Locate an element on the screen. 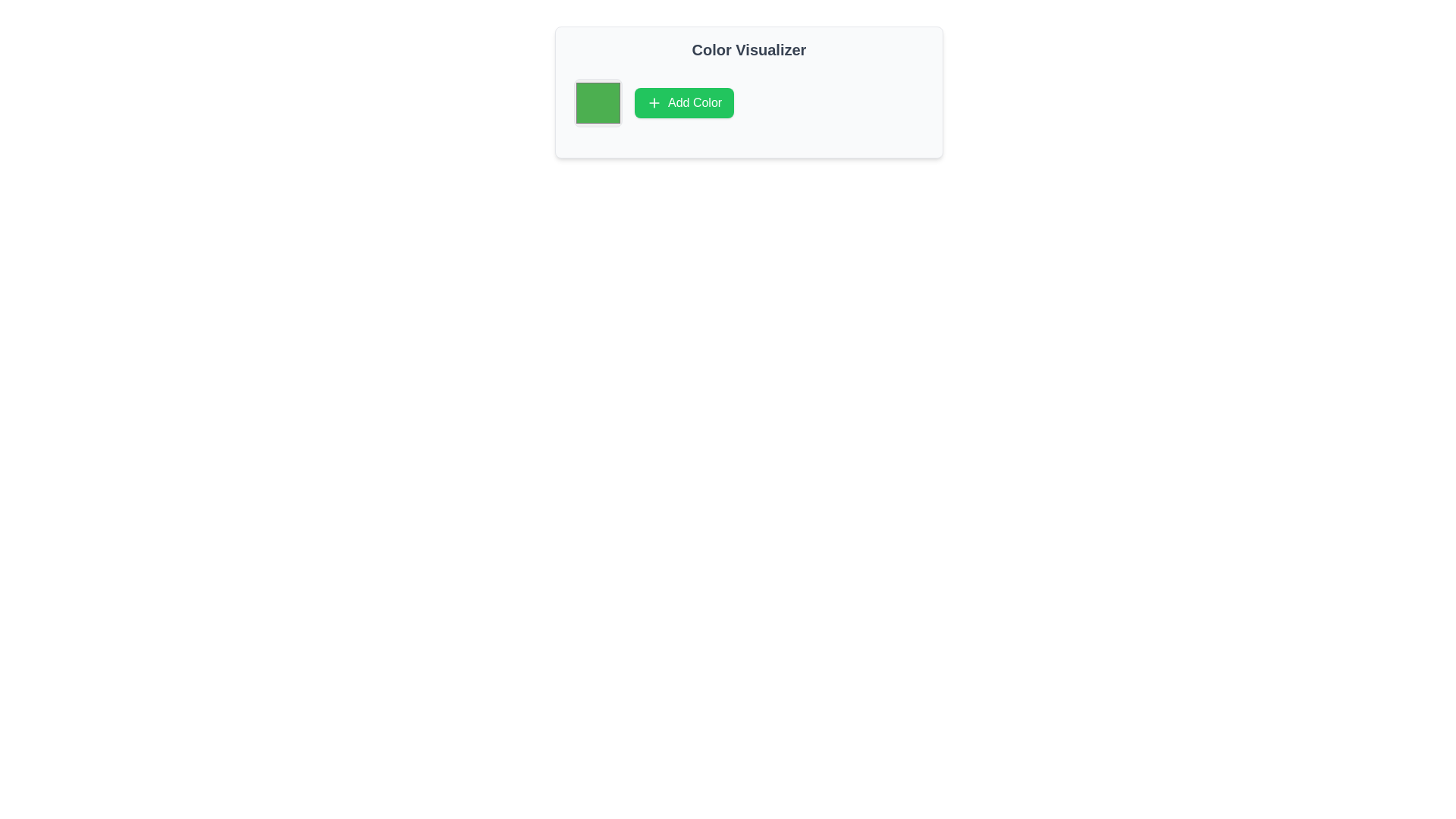  the green rectangular button labeled 'Add Color' containing a white plus icon is located at coordinates (683, 102).